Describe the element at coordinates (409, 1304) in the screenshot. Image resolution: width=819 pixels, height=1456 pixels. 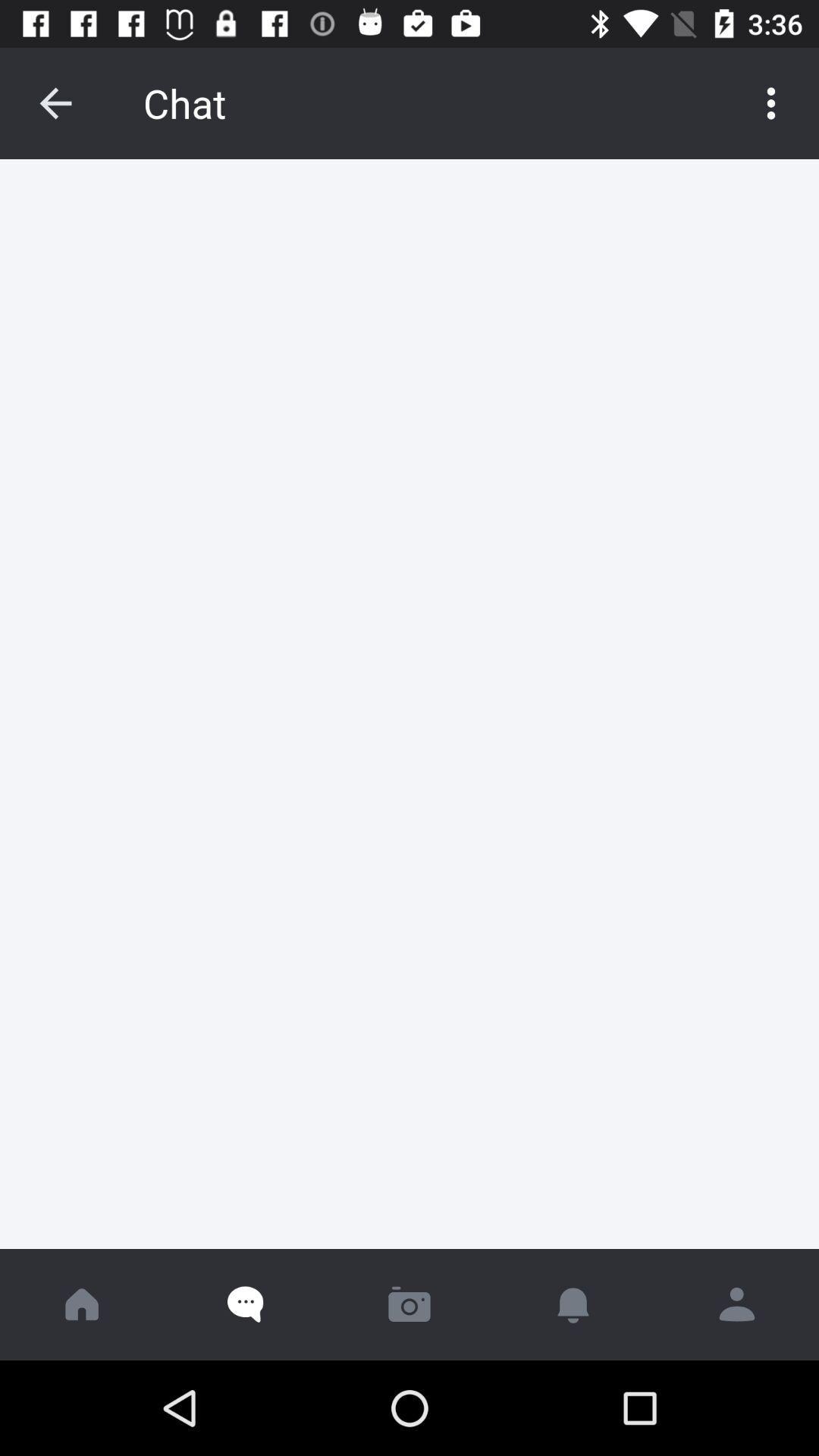
I see `camara` at that location.